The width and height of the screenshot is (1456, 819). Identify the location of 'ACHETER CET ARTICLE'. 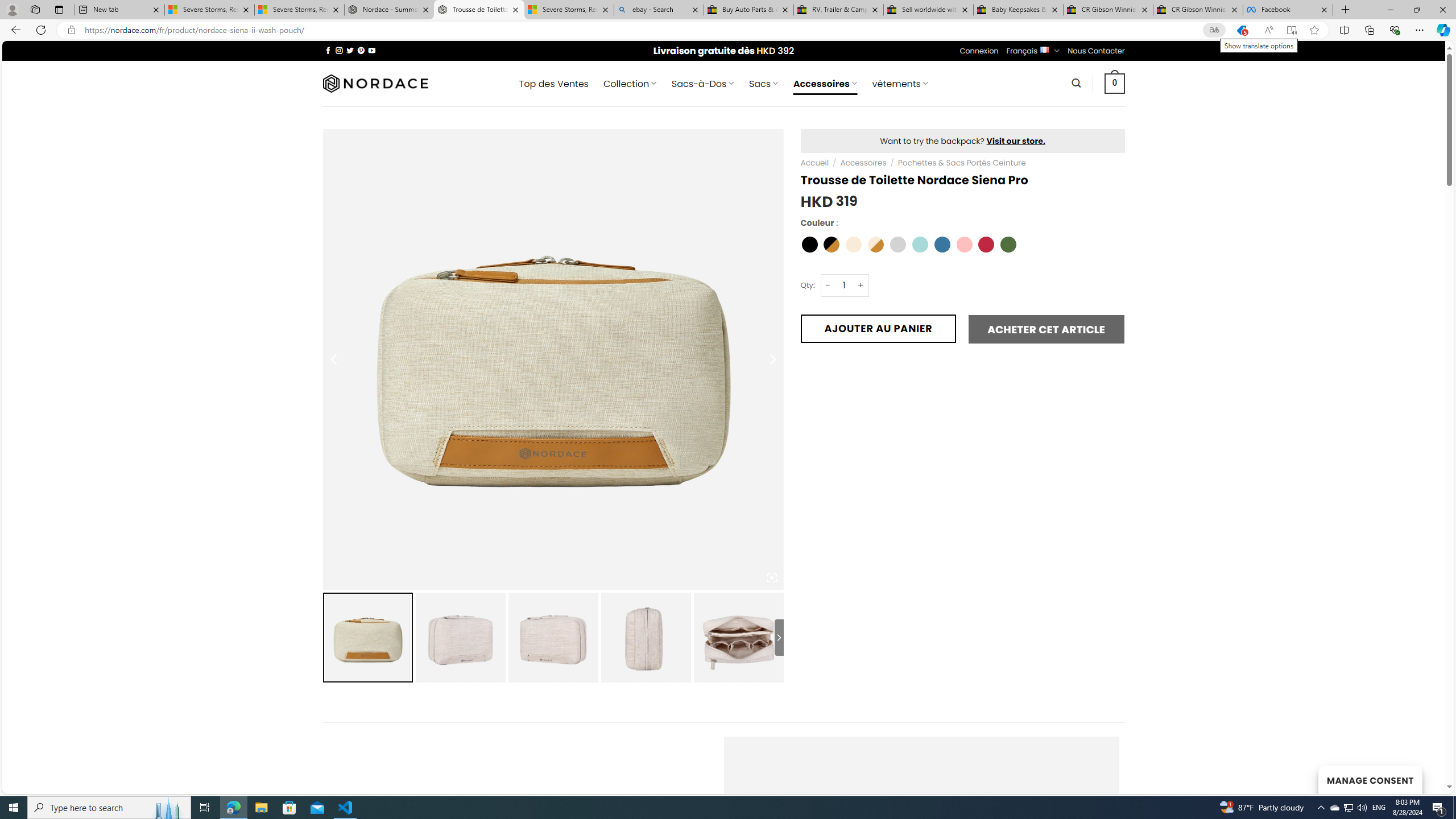
(1045, 329).